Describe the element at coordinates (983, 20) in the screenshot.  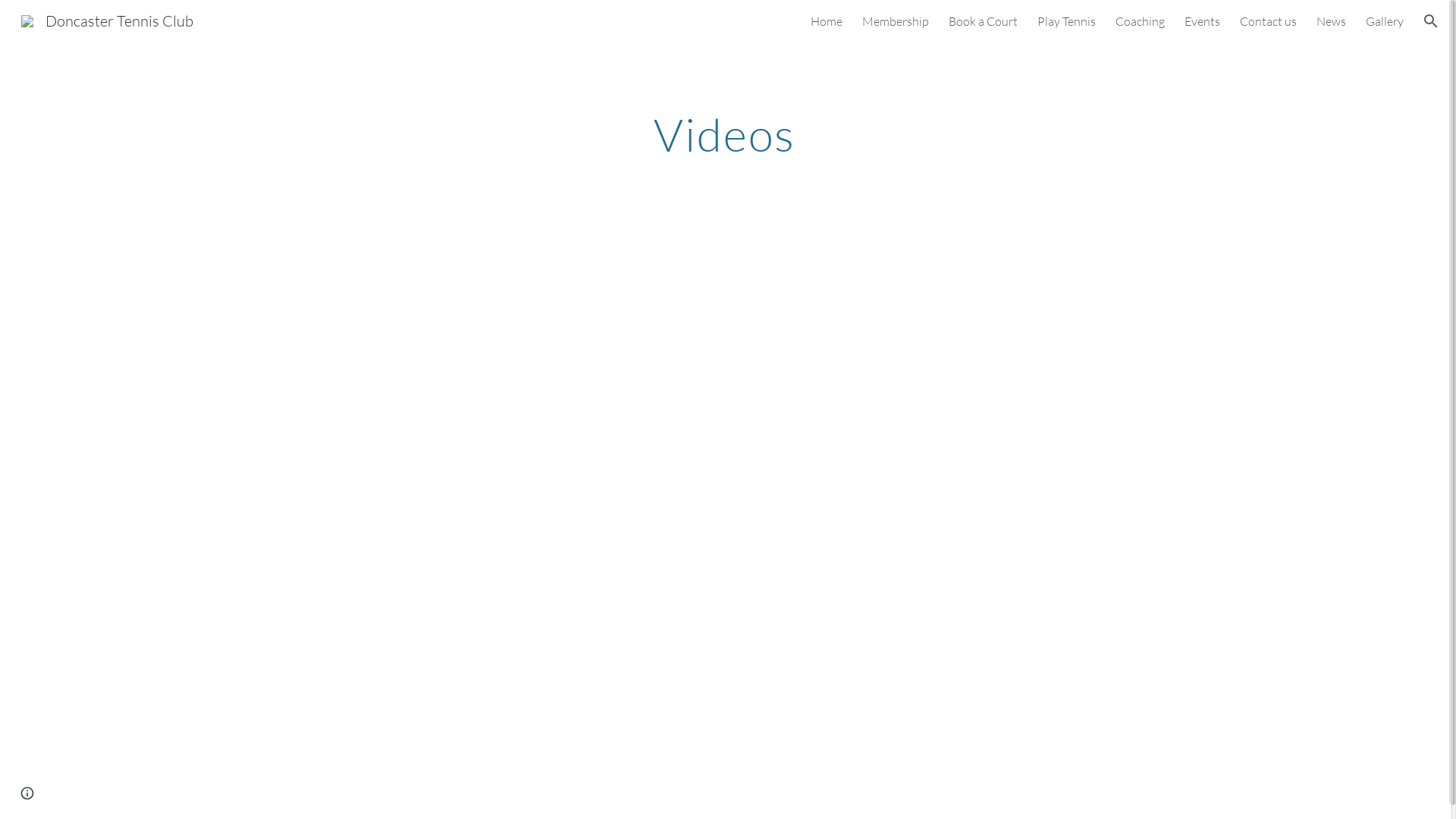
I see `'Book a Court'` at that location.